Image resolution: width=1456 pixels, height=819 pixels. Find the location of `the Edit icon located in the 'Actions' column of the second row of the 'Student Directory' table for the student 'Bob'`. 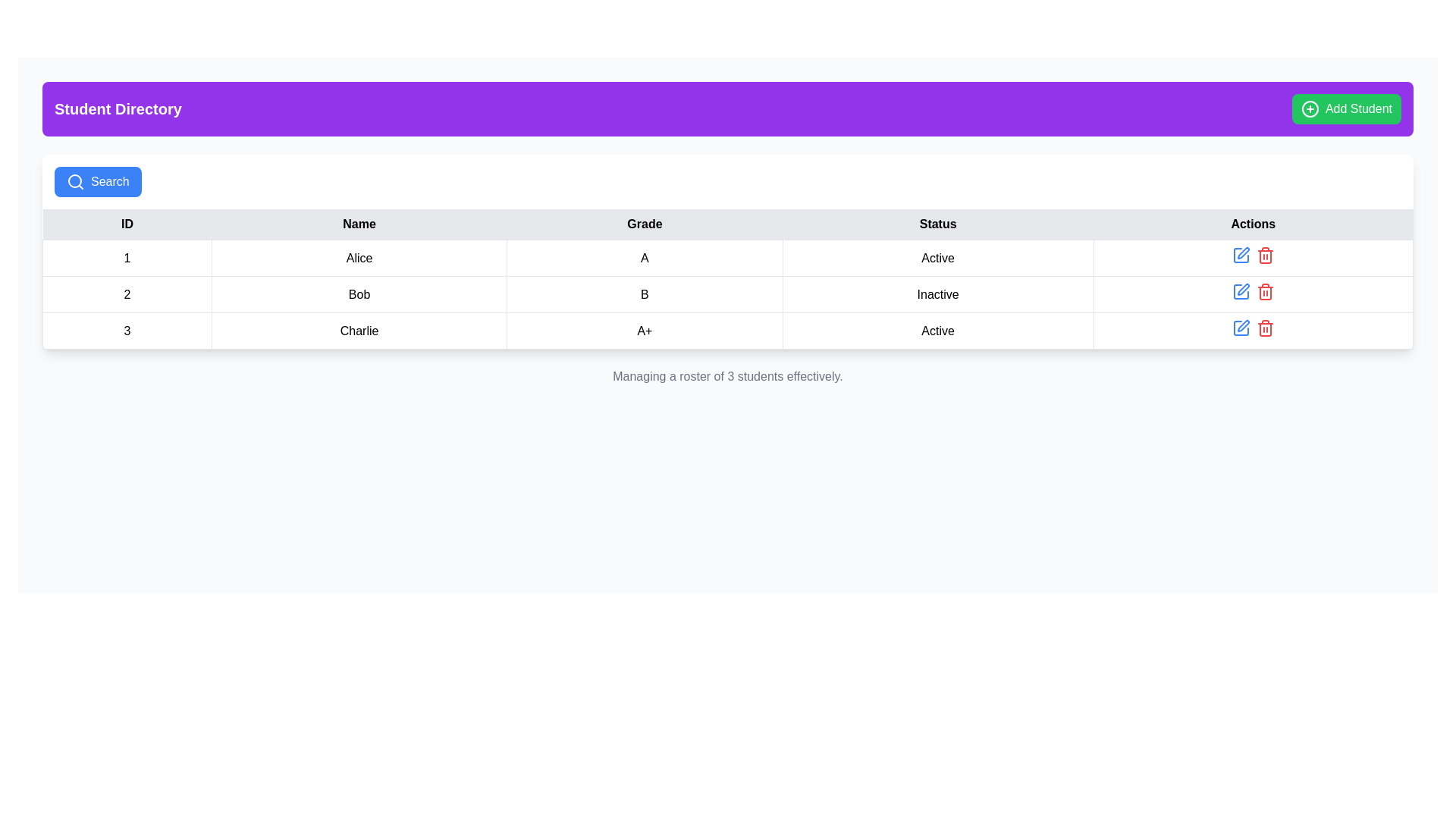

the Edit icon located in the 'Actions' column of the second row of the 'Student Directory' table for the student 'Bob' is located at coordinates (1241, 254).